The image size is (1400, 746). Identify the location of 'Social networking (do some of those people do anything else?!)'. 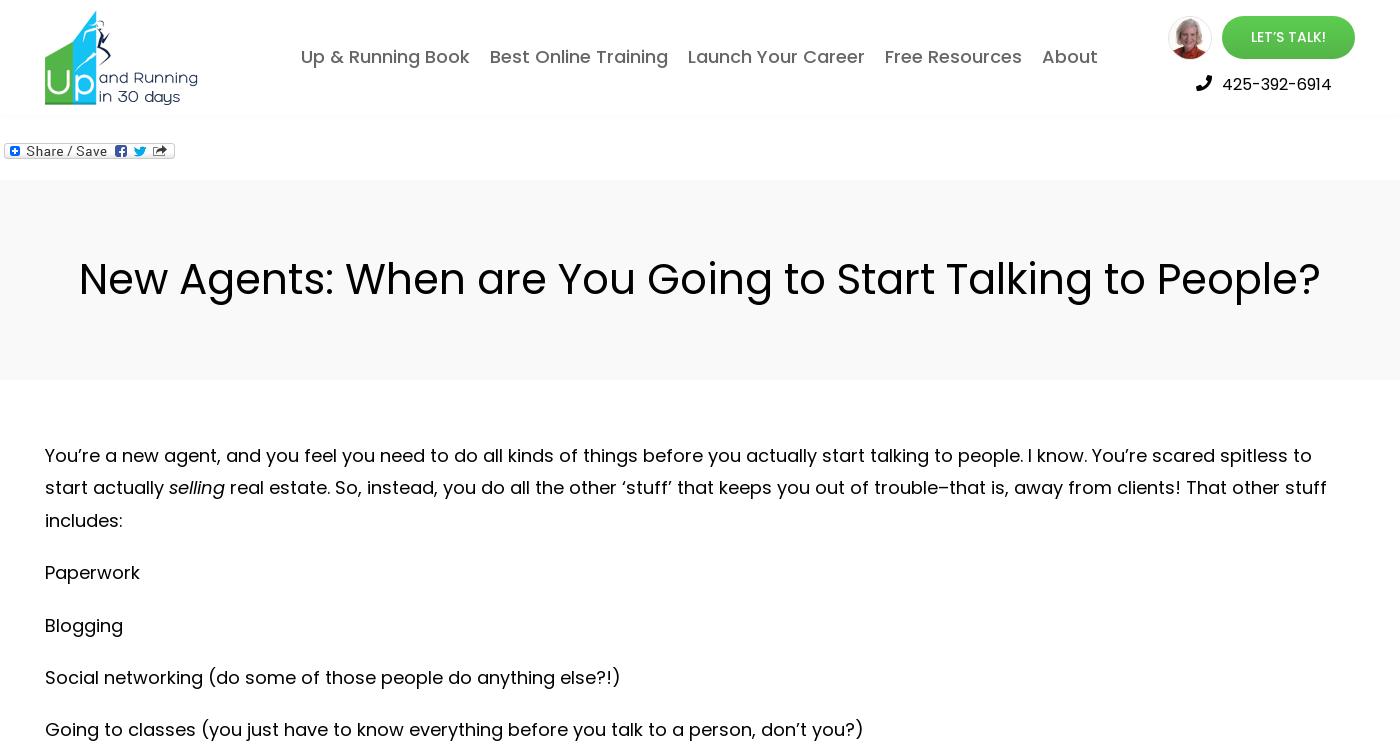
(331, 677).